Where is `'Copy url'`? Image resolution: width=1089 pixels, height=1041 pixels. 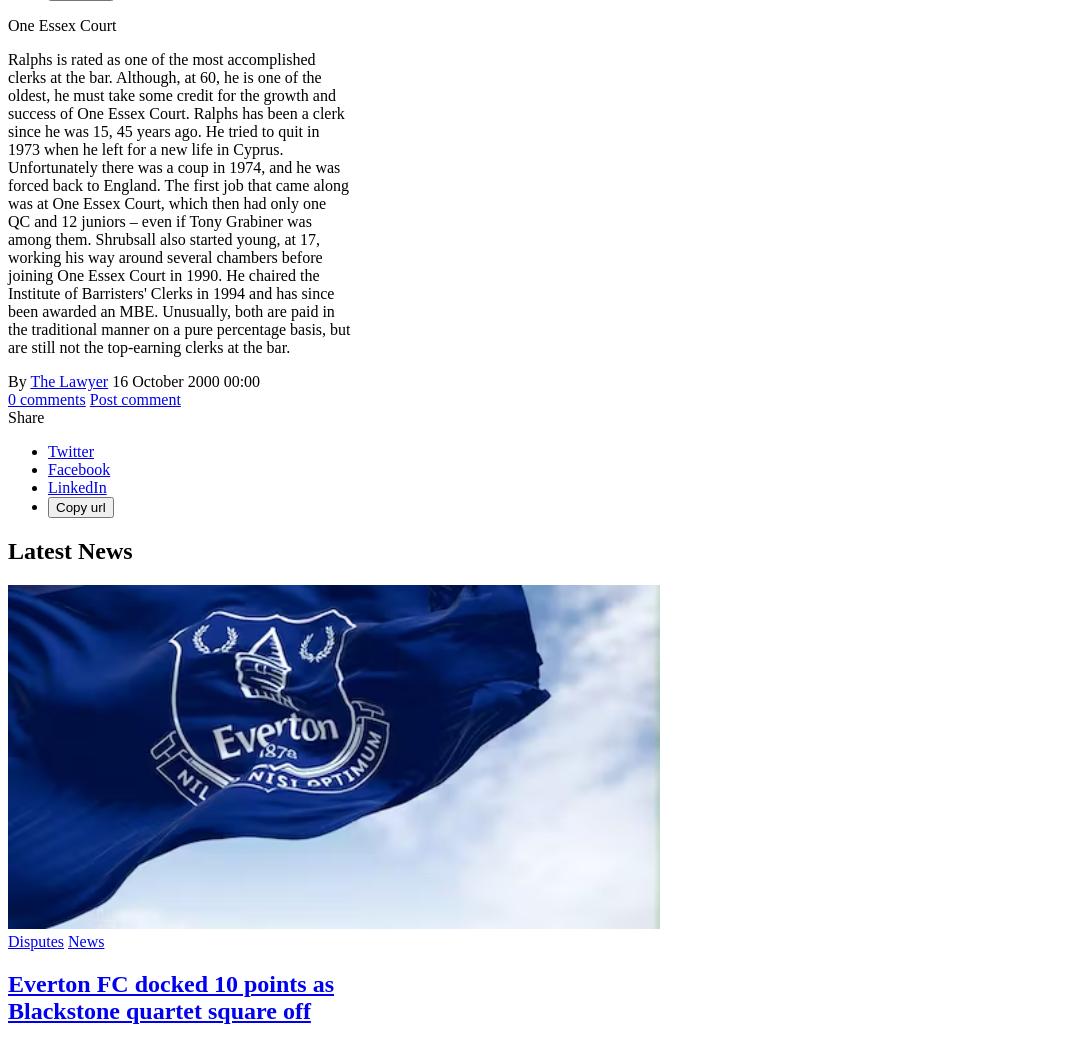
'Copy url' is located at coordinates (80, 506).